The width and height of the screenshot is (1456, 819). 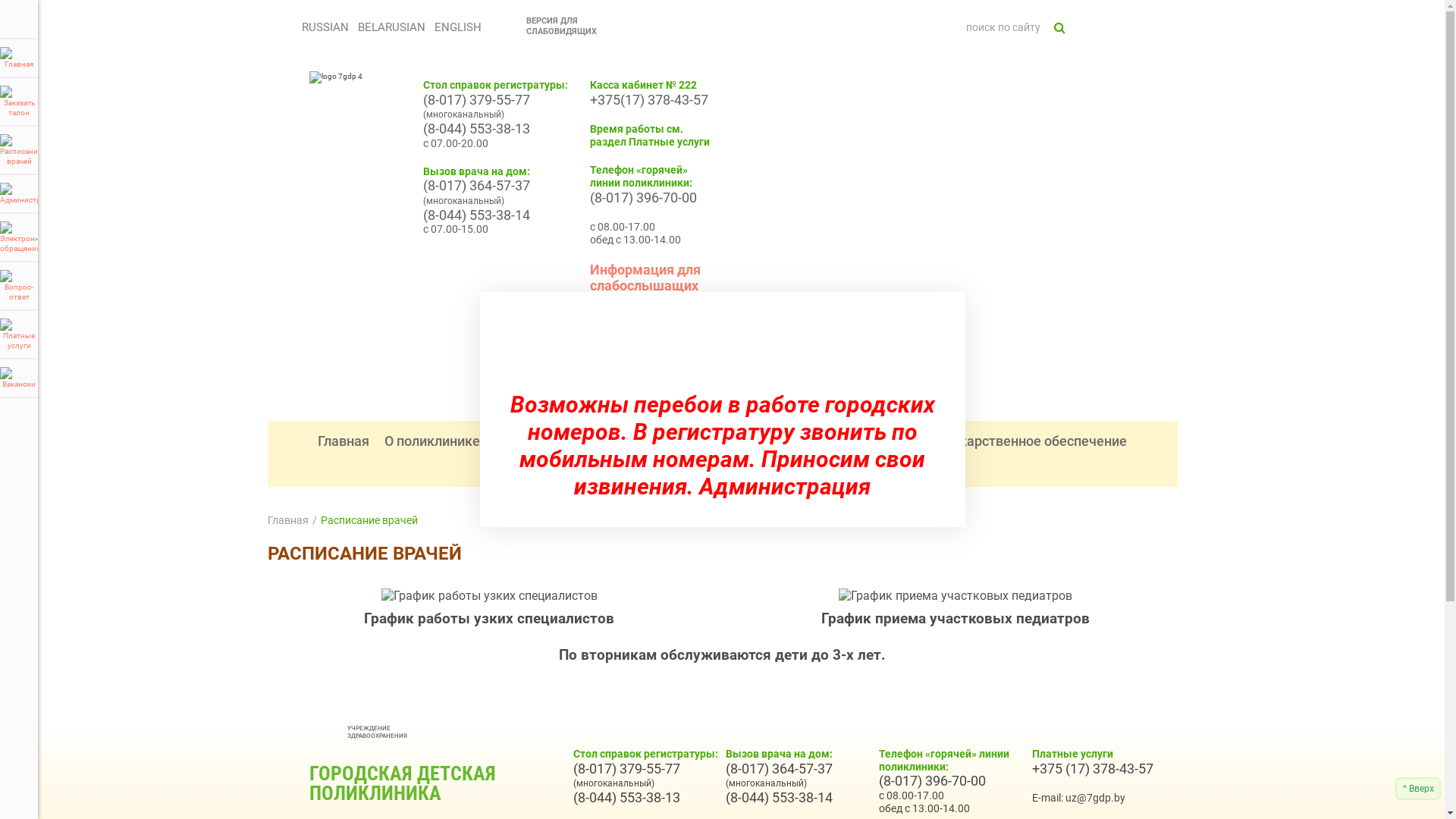 What do you see at coordinates (323, 27) in the screenshot?
I see `'RUSSIAN'` at bounding box center [323, 27].